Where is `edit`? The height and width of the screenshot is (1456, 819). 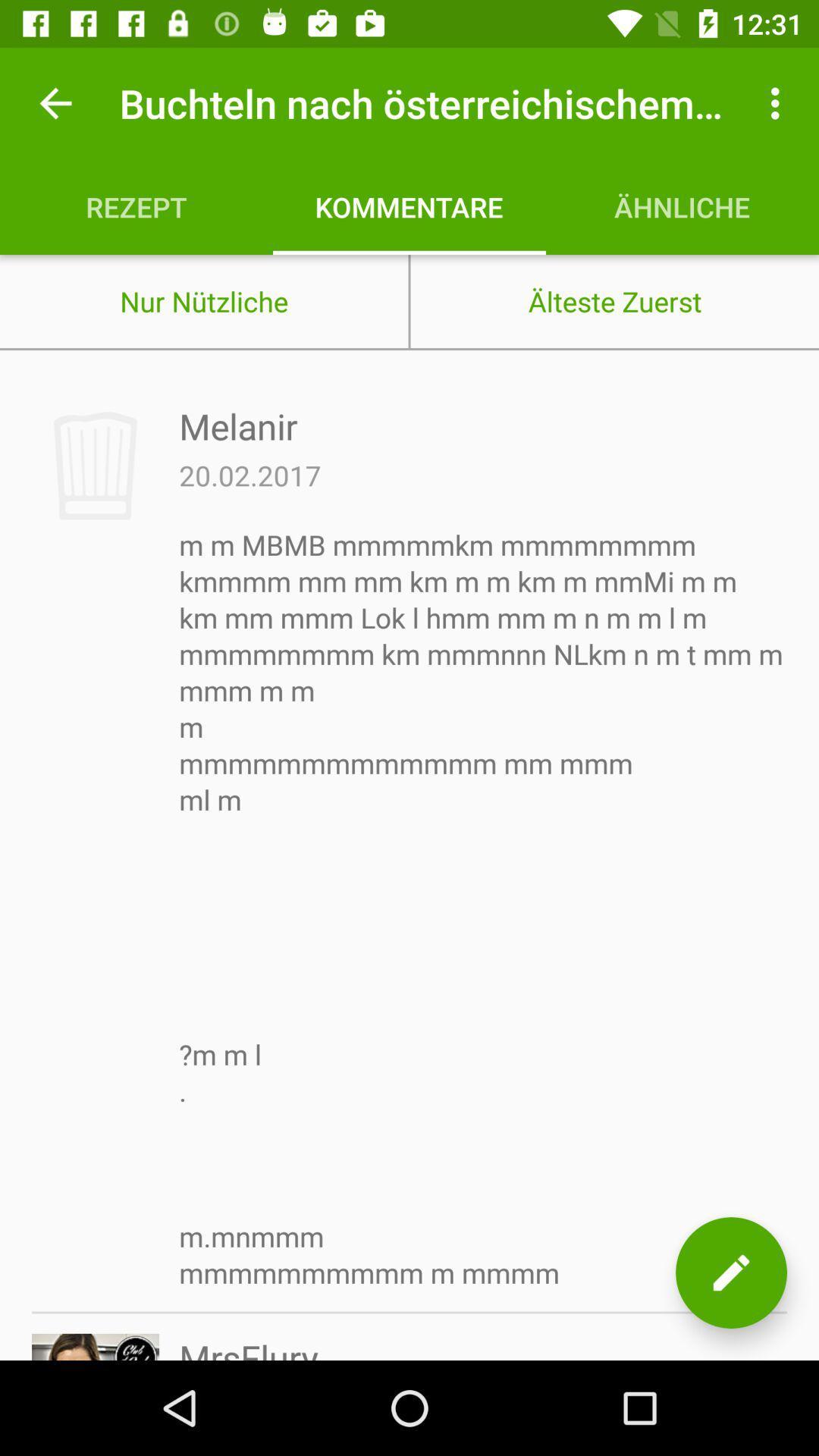 edit is located at coordinates (730, 1272).